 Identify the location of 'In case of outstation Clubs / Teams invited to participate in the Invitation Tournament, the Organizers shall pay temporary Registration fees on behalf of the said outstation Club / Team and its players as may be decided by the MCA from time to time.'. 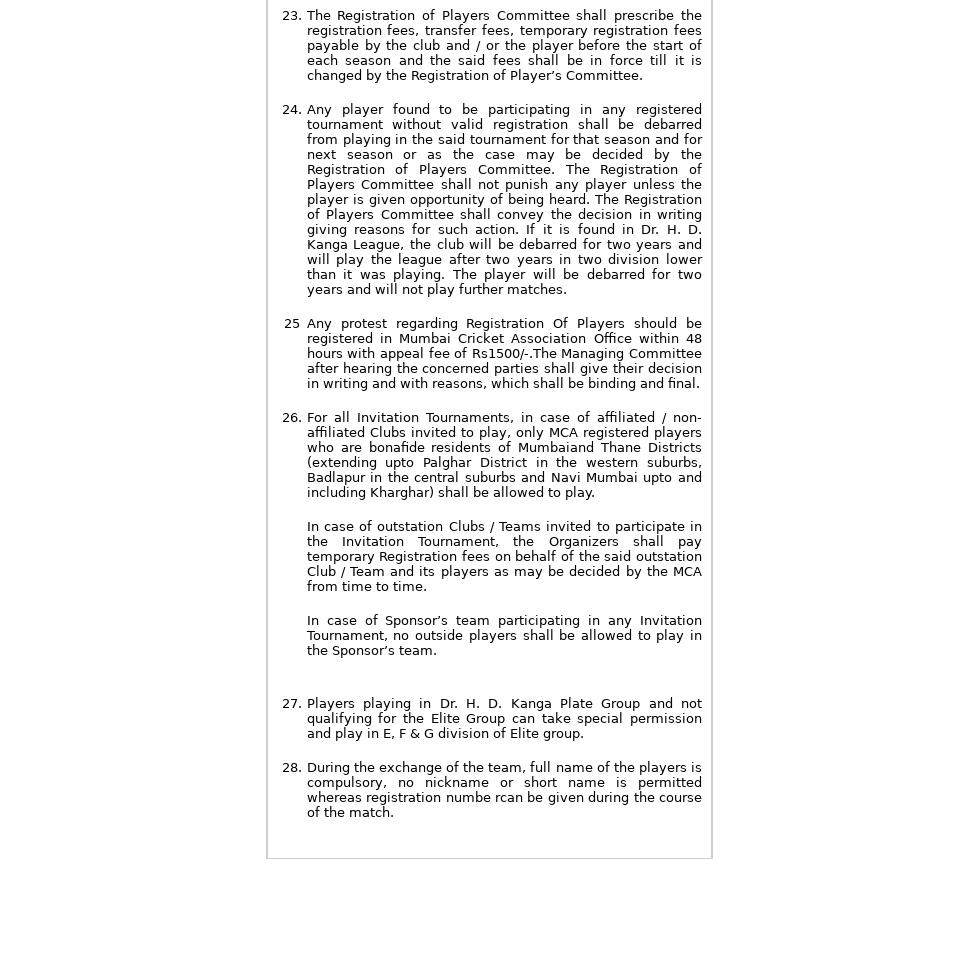
(305, 556).